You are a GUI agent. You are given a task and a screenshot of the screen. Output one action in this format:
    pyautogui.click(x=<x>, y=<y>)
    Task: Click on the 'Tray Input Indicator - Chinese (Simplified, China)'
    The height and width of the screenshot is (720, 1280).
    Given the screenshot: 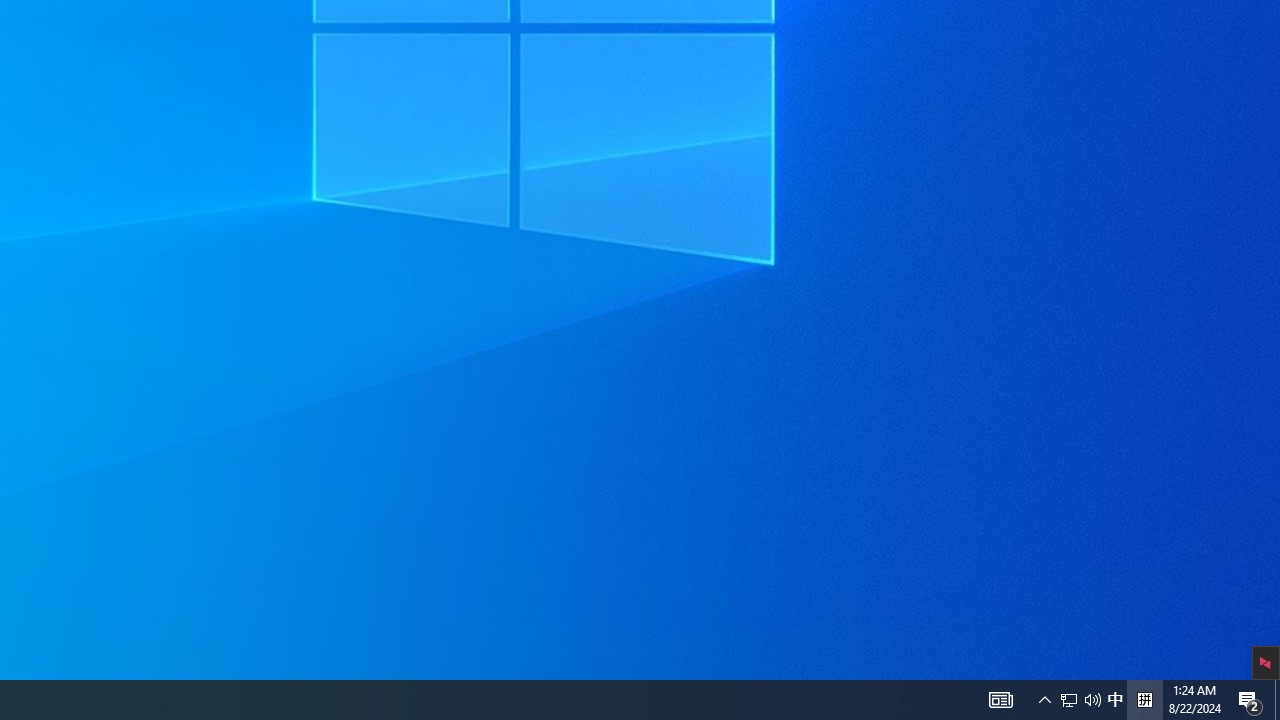 What is the action you would take?
    pyautogui.click(x=1114, y=698)
    